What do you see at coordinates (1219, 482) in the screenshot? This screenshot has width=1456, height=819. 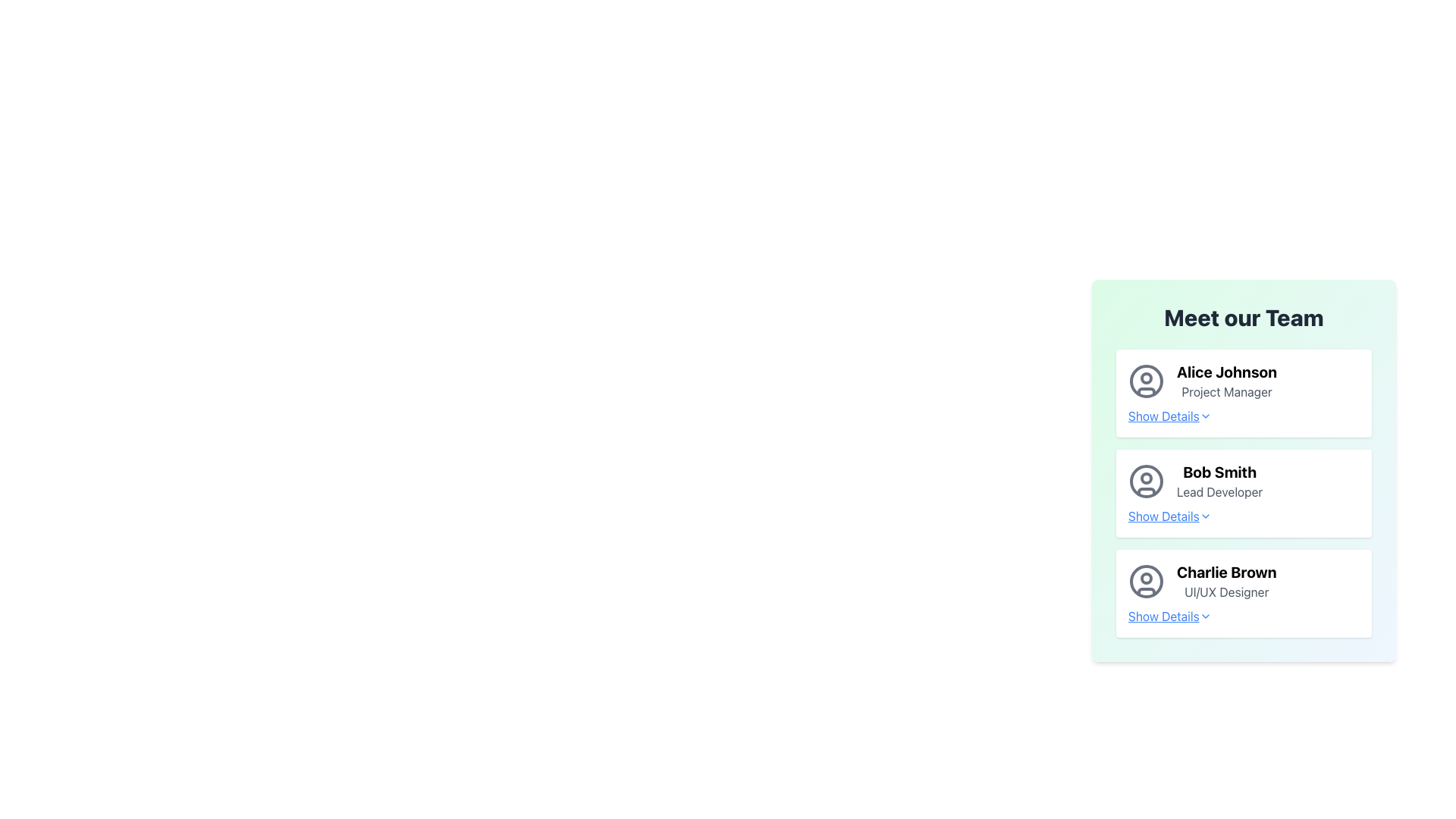 I see `the text block that displays the name and role of a team member, positioned as the second card in a vertical list between 'Alice Johnson' and 'Charlie Brown.'` at bounding box center [1219, 482].